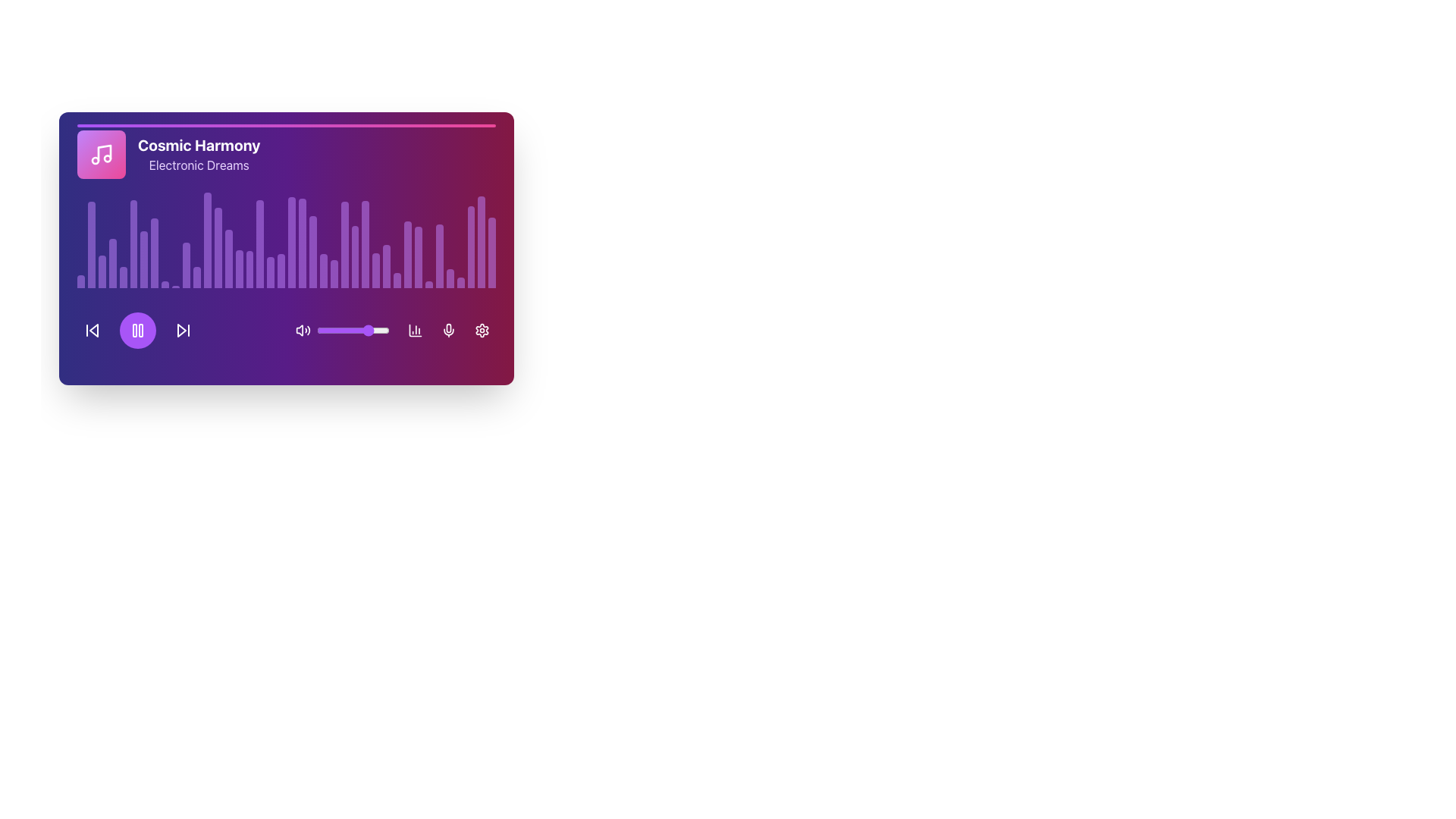  What do you see at coordinates (287, 209) in the screenshot?
I see `the graphical area of the Graphical Equalizer Visualizer to interact with the audio feedback it represents` at bounding box center [287, 209].